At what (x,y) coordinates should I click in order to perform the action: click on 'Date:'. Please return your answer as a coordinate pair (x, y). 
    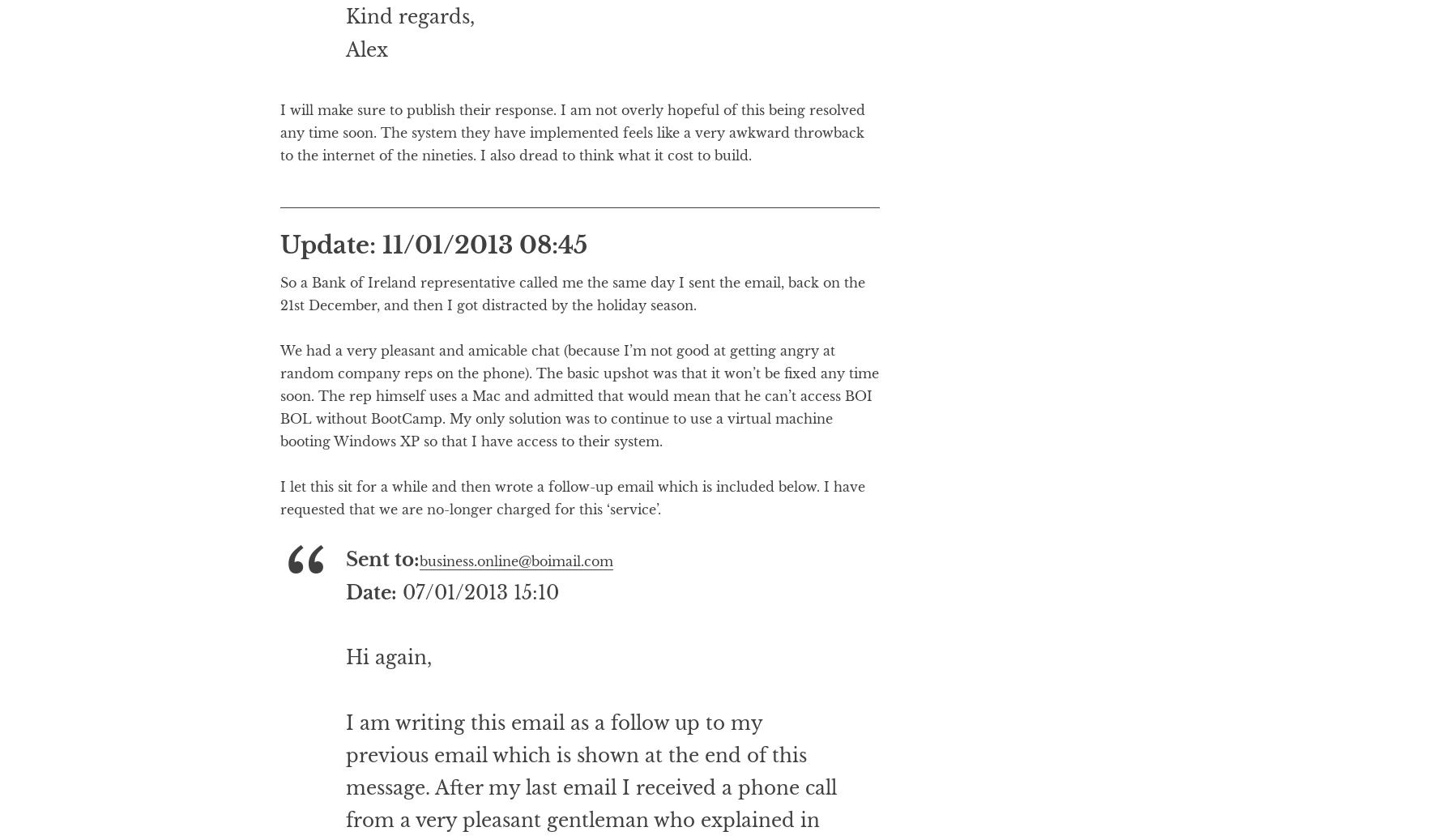
    Looking at the image, I should click on (343, 657).